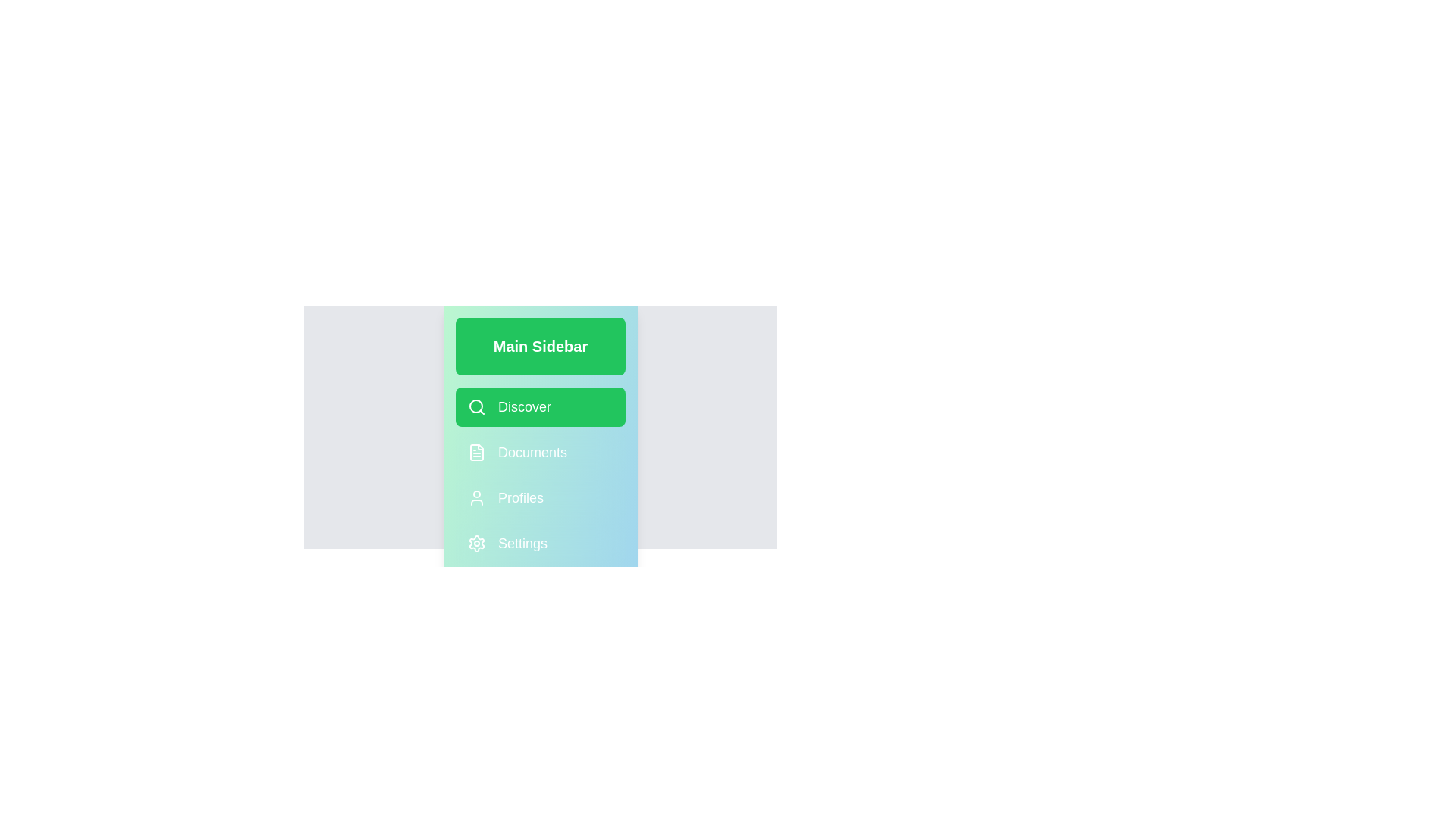 The height and width of the screenshot is (819, 1456). What do you see at coordinates (541, 588) in the screenshot?
I see `the navigation button for relaxation or leisure located below the 'Settings' button in the main sidebar` at bounding box center [541, 588].